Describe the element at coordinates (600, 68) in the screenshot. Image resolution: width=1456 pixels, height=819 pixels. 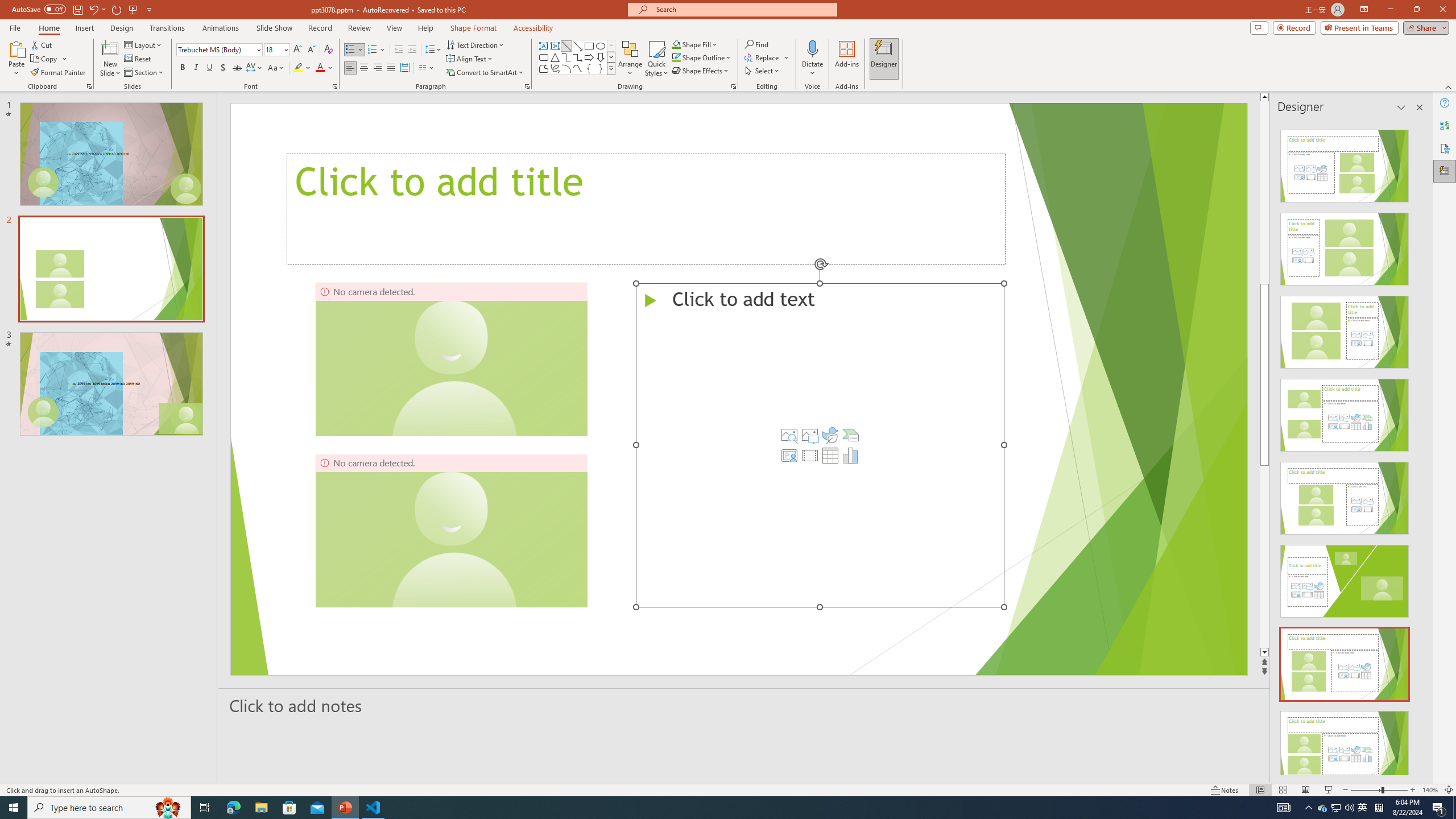
I see `'Right Brace'` at that location.